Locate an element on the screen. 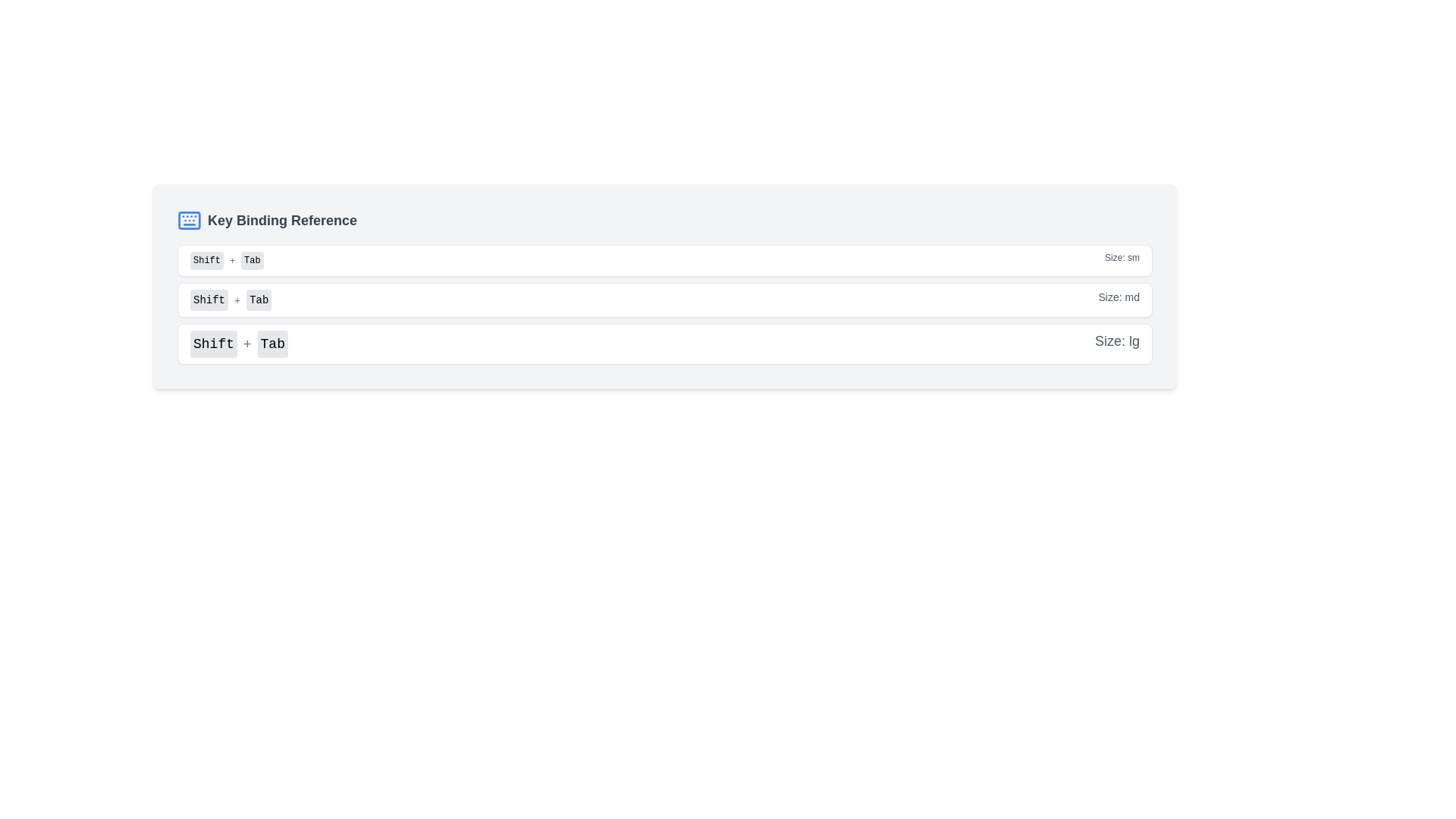 The height and width of the screenshot is (819, 1456). the interactive display button labeled 'Shift+Tab' with a size indication of 'Size: lg', which is the last item in a vertical list of similar buttons is located at coordinates (665, 344).